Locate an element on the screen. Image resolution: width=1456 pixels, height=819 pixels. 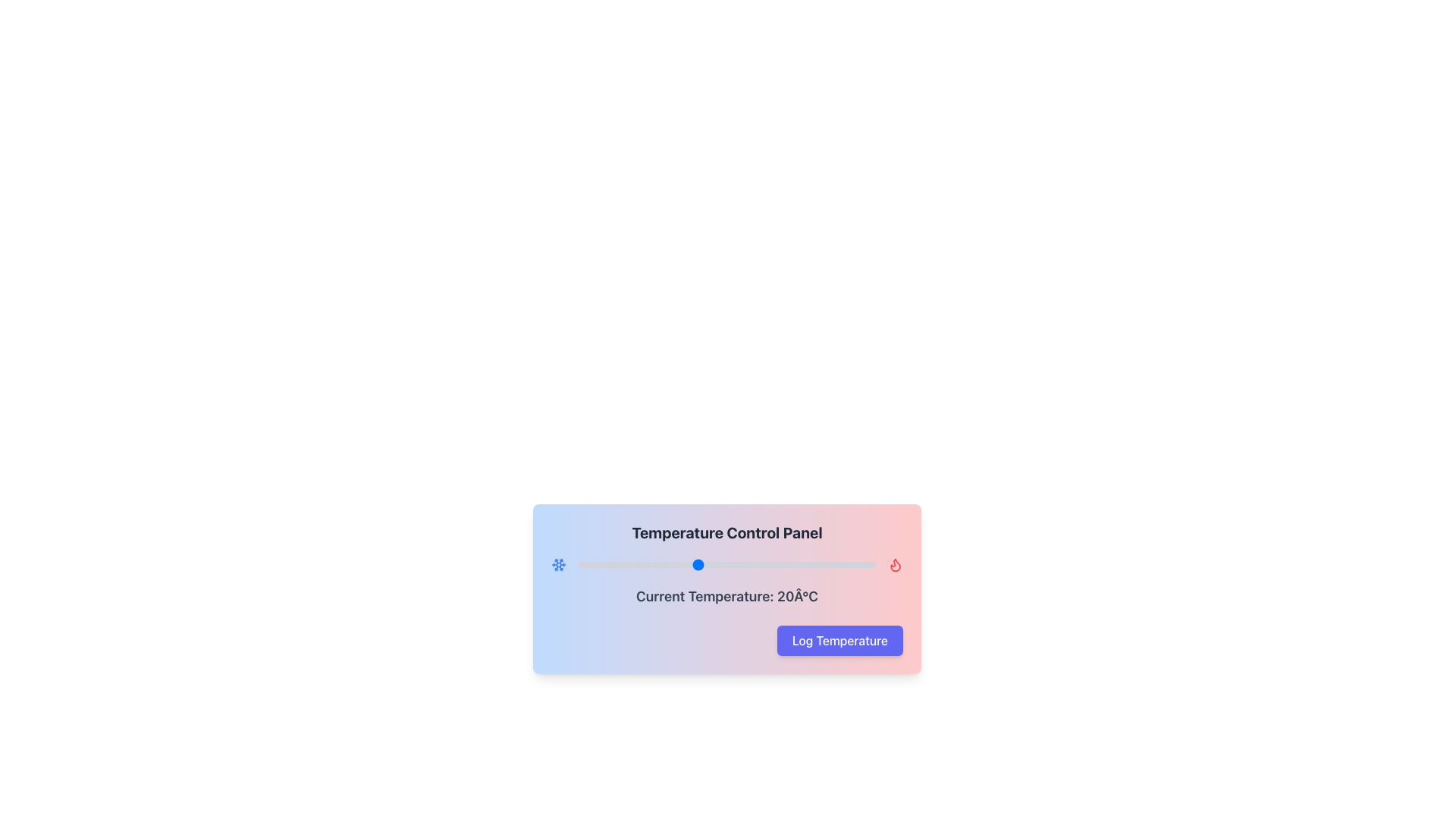
the temperature slider is located at coordinates (644, 564).